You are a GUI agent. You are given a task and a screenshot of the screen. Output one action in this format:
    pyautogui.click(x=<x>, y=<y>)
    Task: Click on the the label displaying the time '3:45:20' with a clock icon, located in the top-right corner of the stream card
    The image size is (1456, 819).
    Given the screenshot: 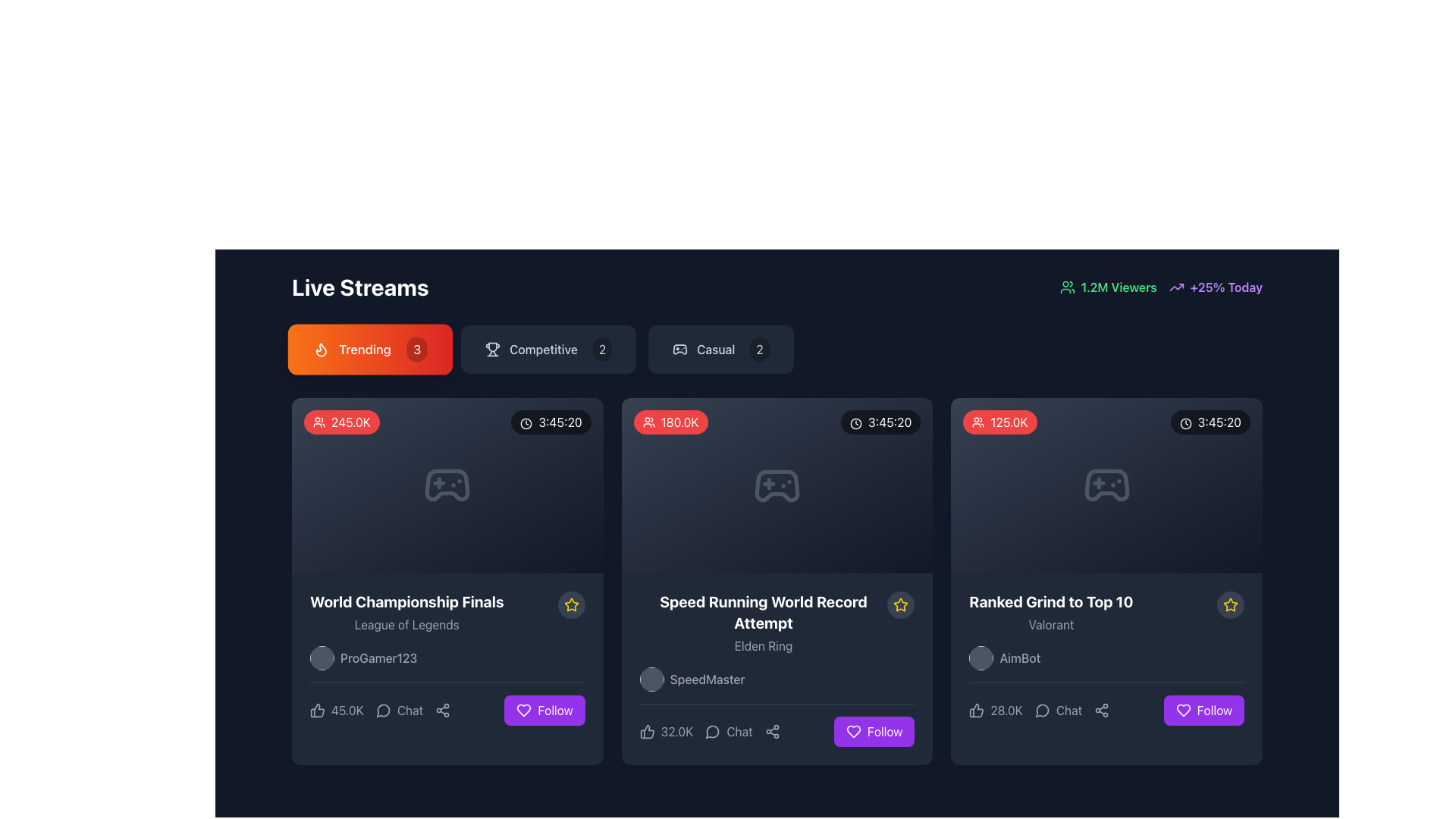 What is the action you would take?
    pyautogui.click(x=1210, y=422)
    